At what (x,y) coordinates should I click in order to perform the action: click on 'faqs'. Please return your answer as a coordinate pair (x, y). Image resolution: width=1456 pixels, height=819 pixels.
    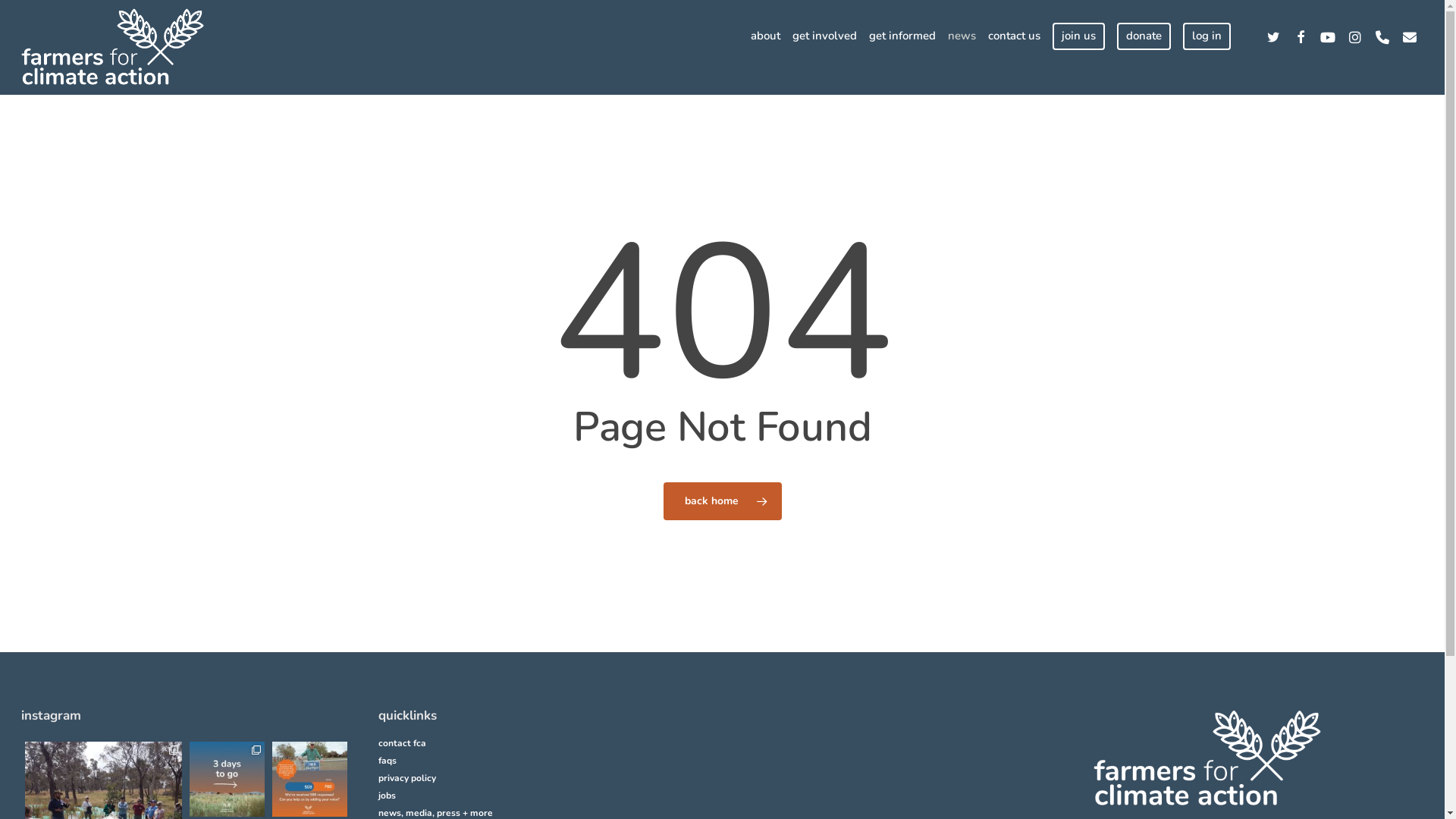
    Looking at the image, I should click on (543, 761).